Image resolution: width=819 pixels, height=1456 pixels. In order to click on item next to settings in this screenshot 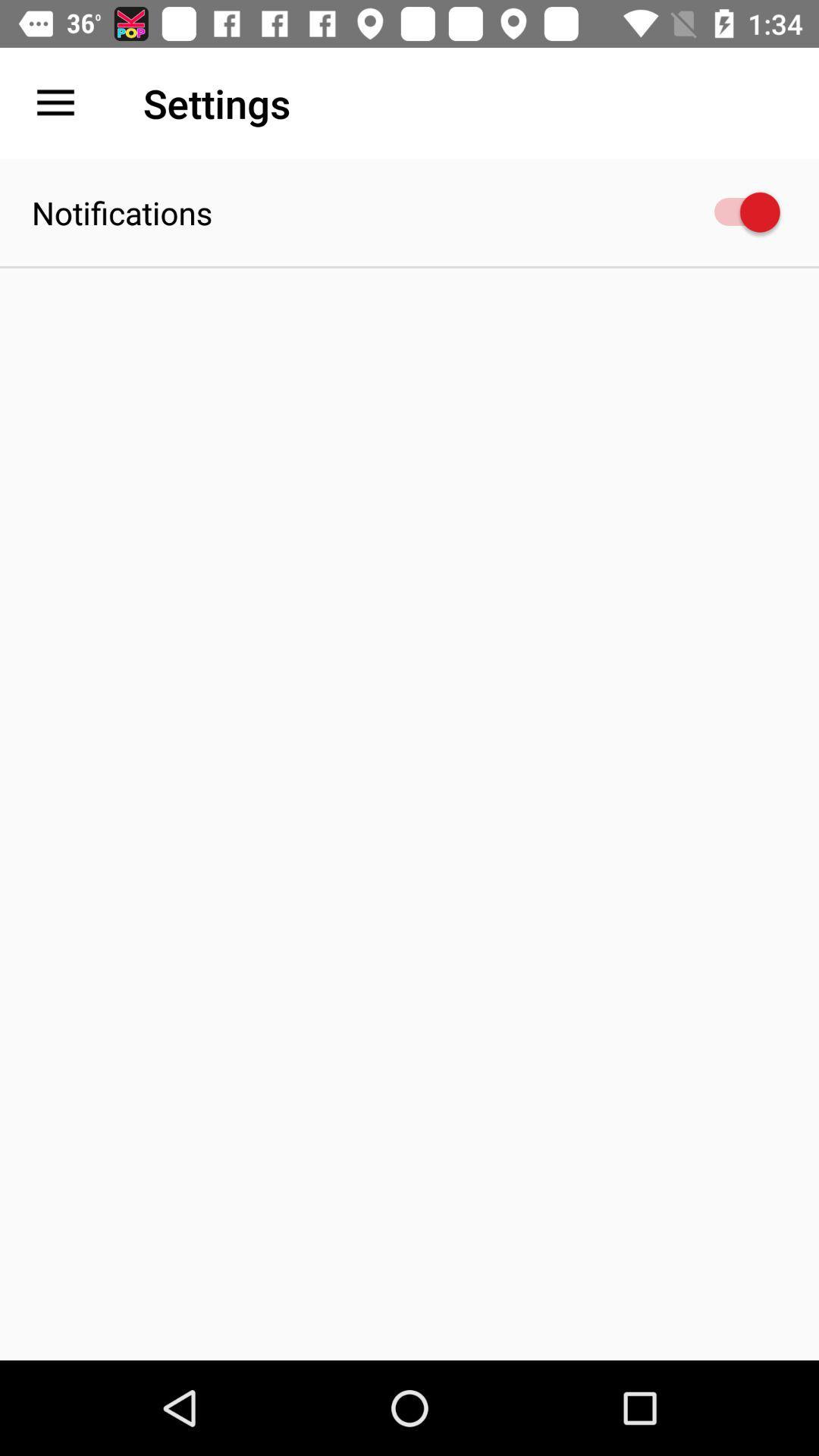, I will do `click(55, 102)`.